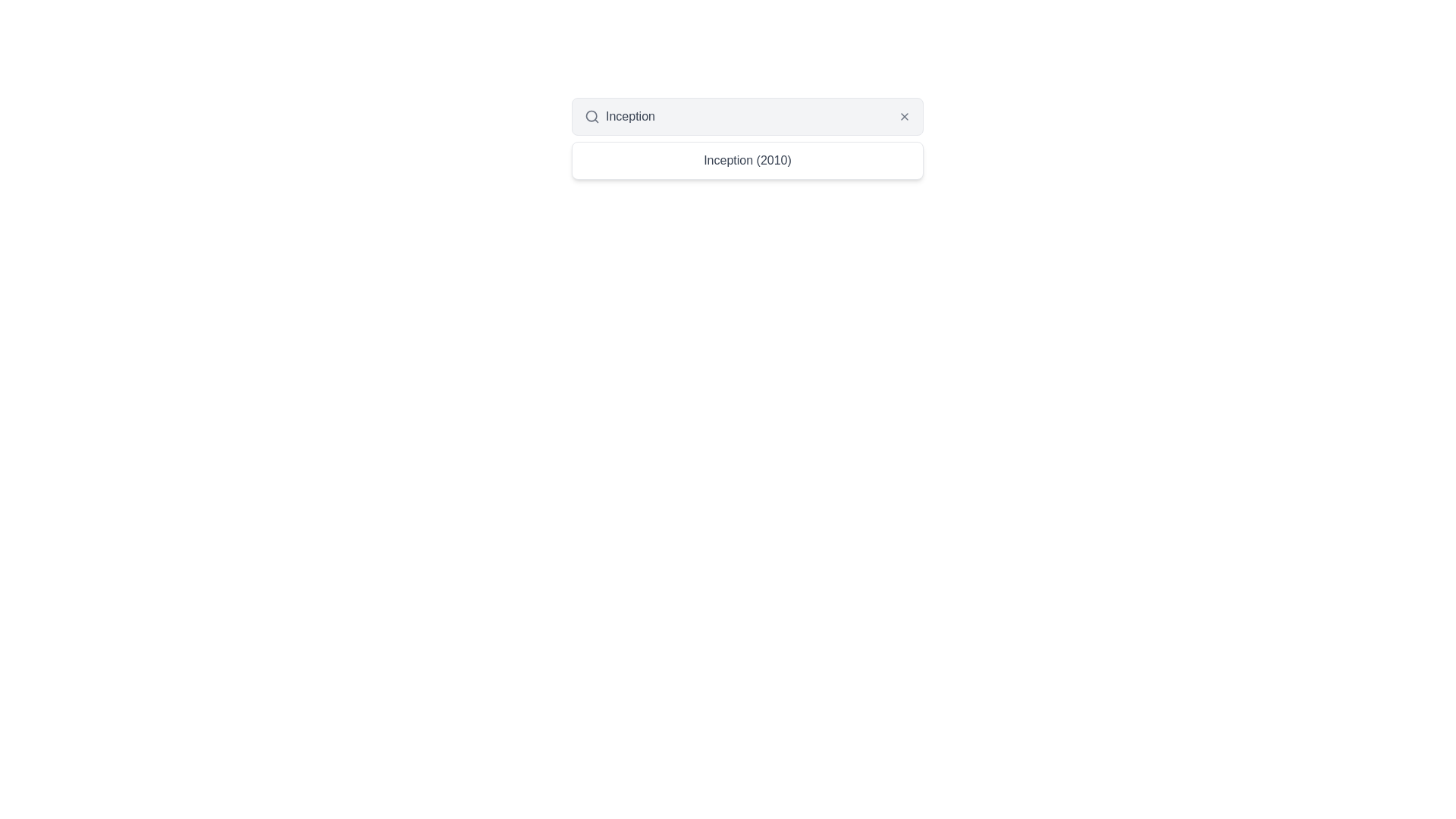  What do you see at coordinates (747, 161) in the screenshot?
I see `the text item displaying 'Inception (2010)' within the dropdown menu to change its background color` at bounding box center [747, 161].